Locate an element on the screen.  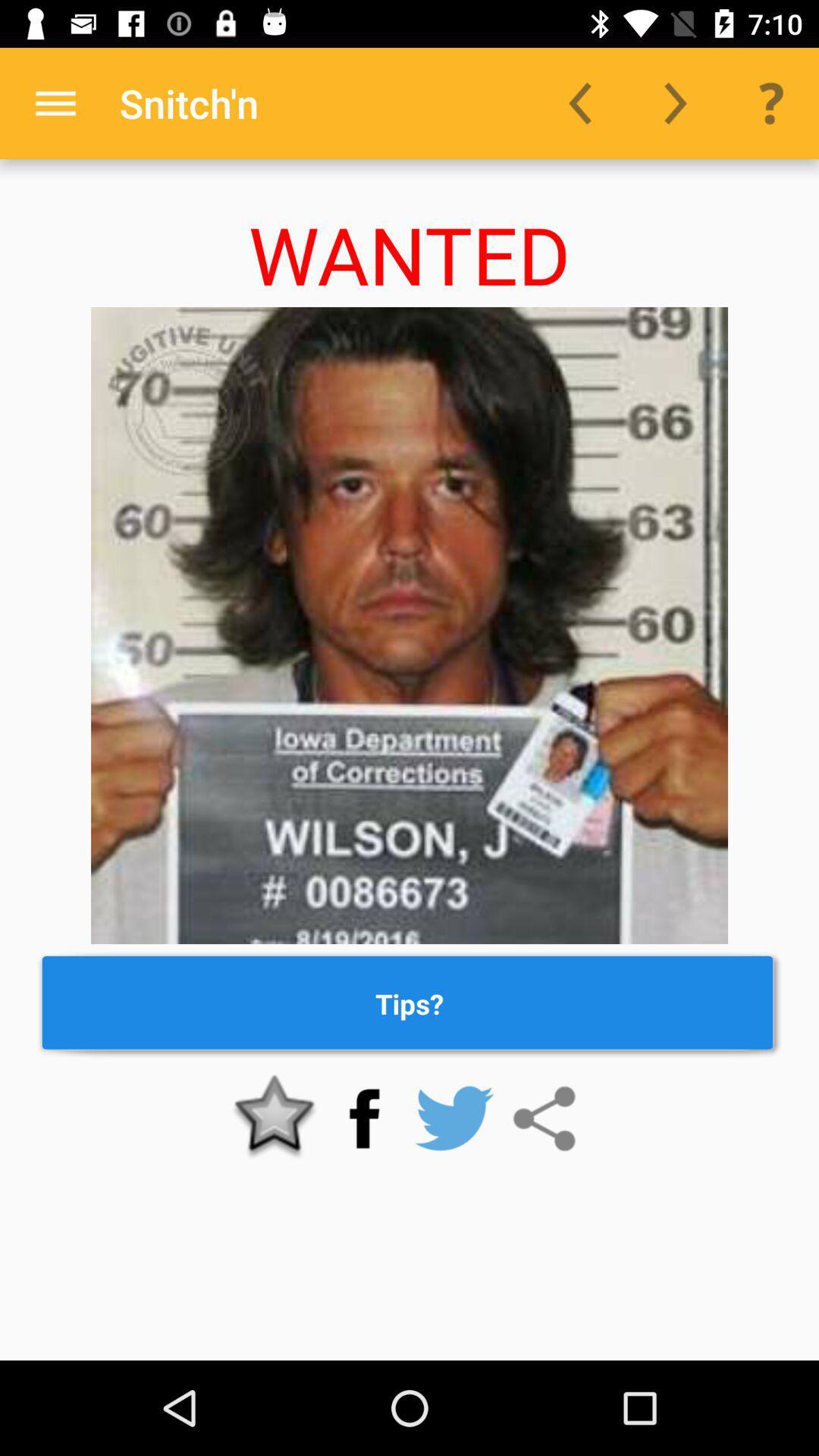
favorite button is located at coordinates (275, 1119).